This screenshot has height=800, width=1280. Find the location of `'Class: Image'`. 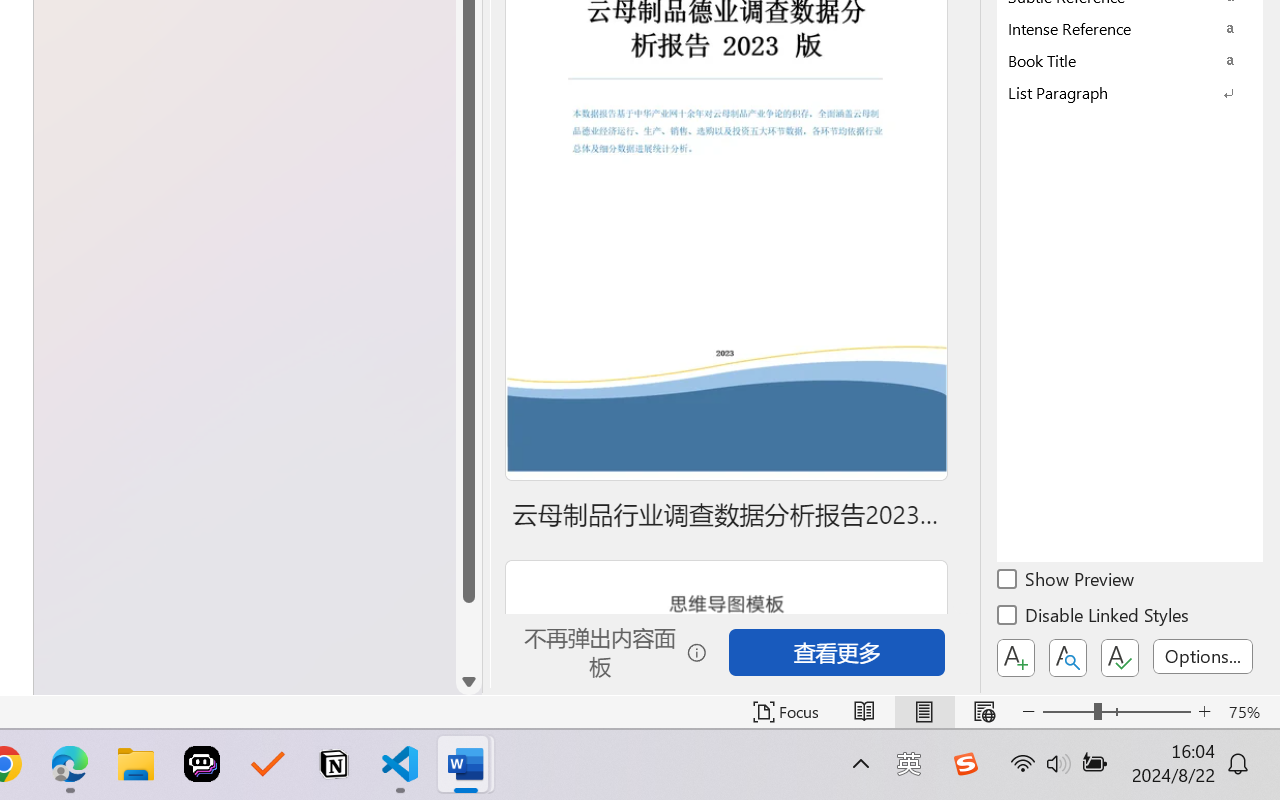

'Class: Image' is located at coordinates (965, 764).